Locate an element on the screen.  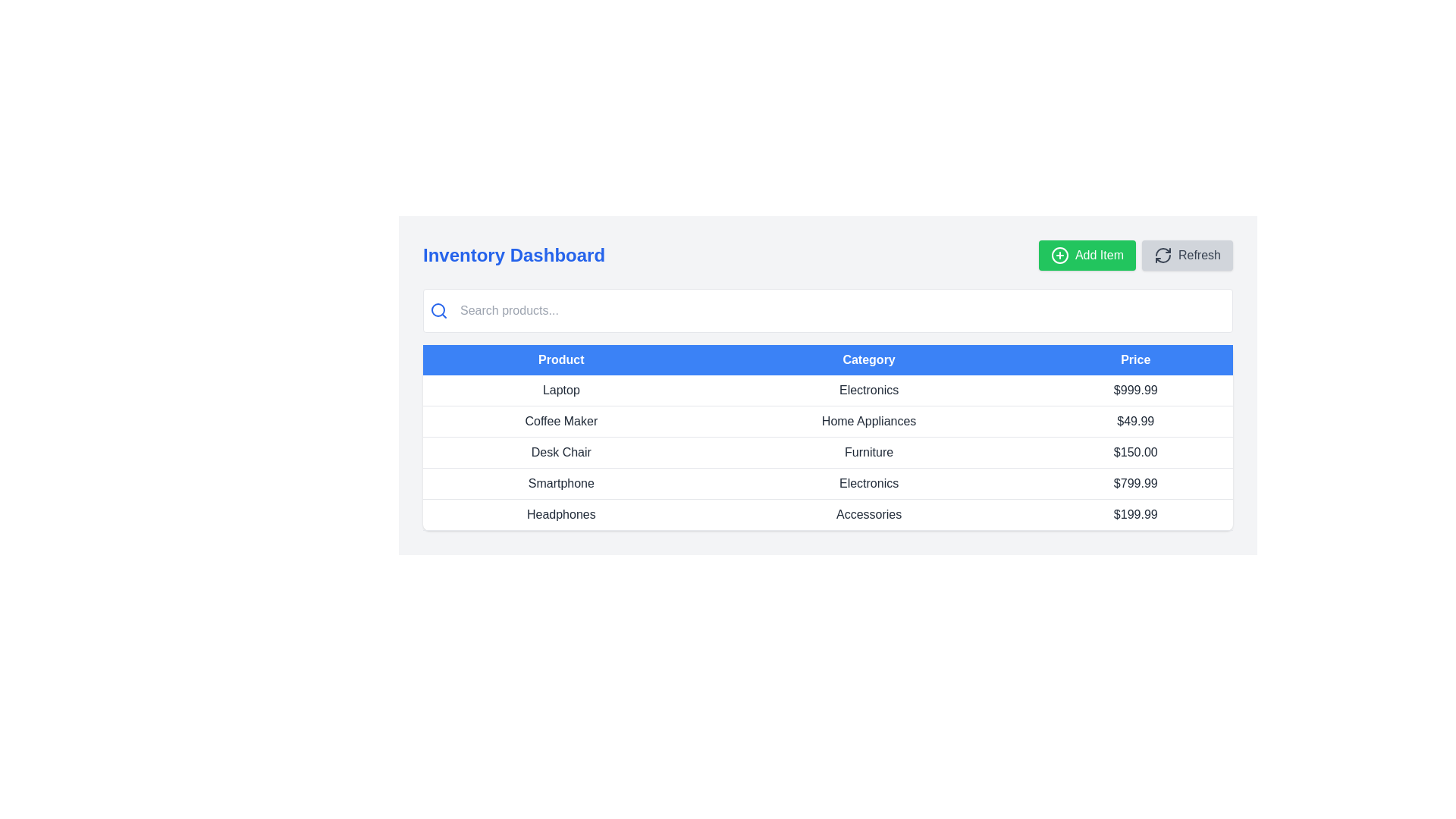
the 'Price' text label, which is the third column header in the table, styled with a medium-sized white font on a bright blue background is located at coordinates (1135, 359).